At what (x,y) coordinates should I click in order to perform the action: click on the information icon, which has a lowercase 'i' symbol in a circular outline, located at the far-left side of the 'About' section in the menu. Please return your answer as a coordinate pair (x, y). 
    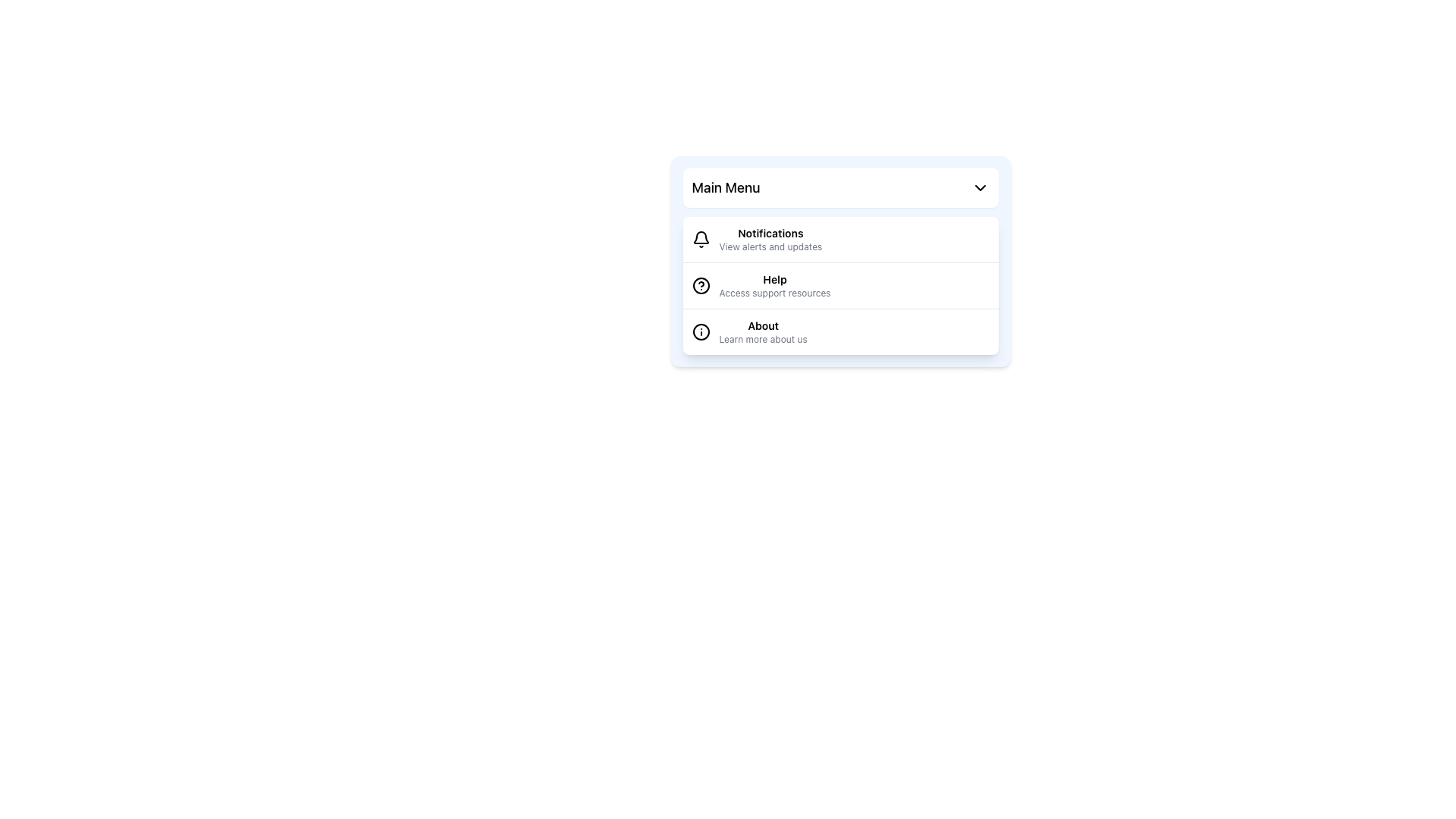
    Looking at the image, I should click on (700, 331).